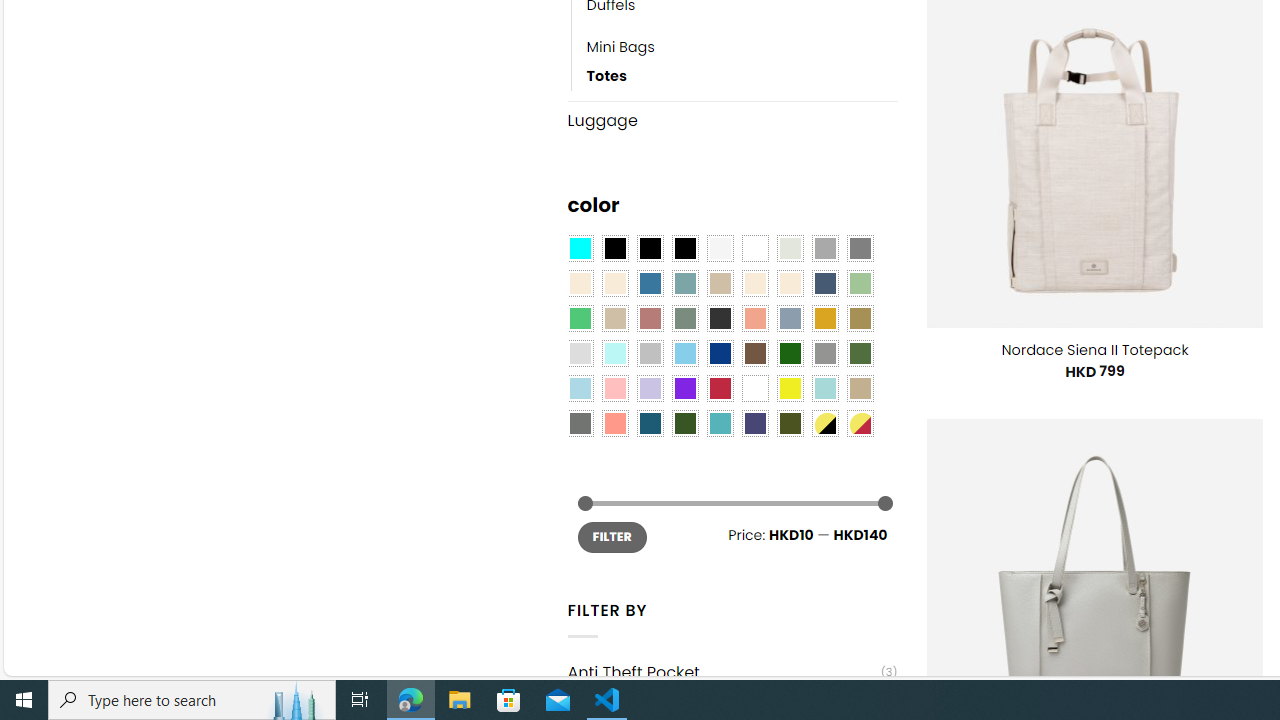 The width and height of the screenshot is (1280, 720). Describe the element at coordinates (860, 388) in the screenshot. I see `'Khaki'` at that location.